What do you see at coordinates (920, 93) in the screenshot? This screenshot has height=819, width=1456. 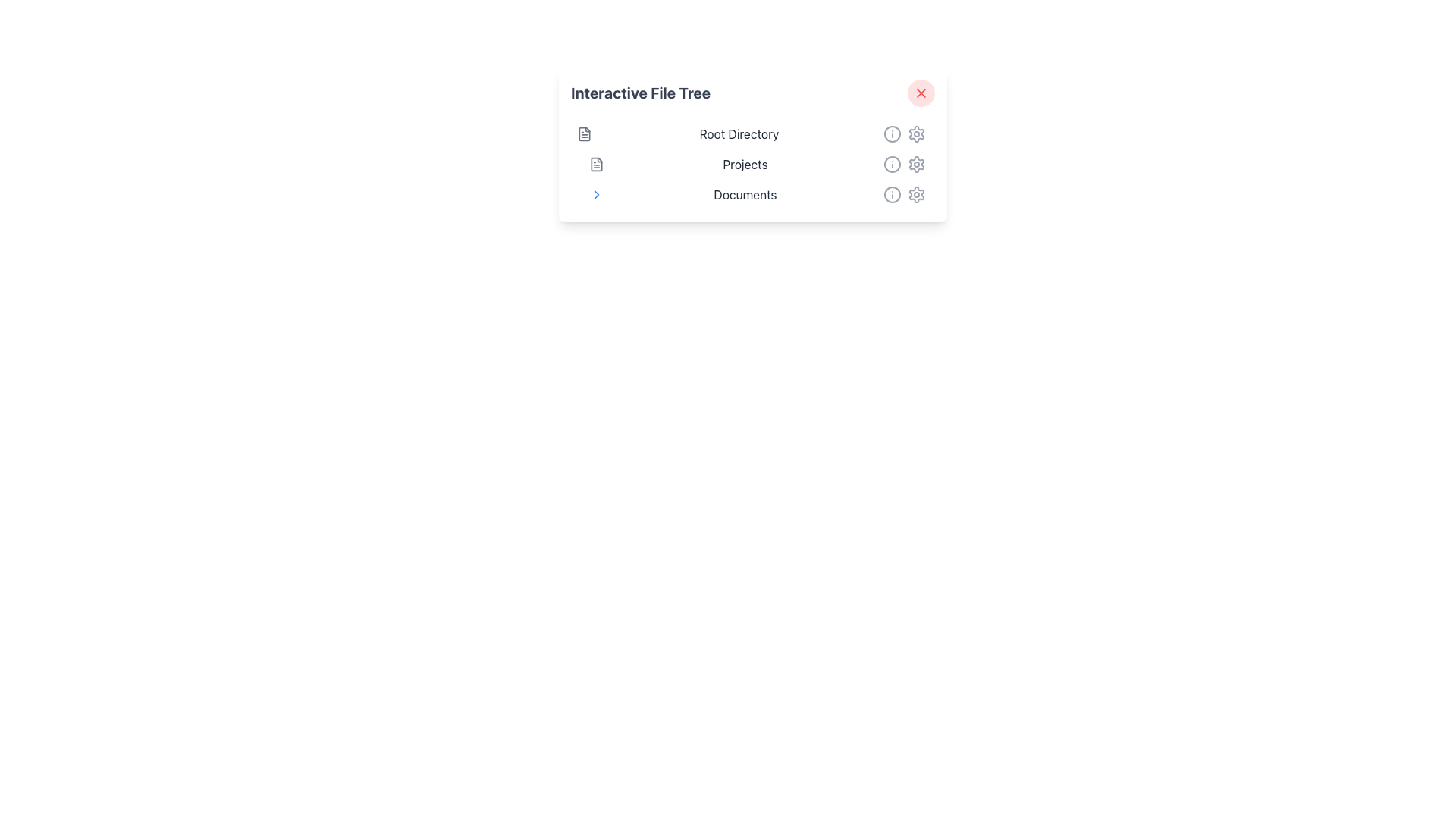 I see `the close icon located inside the red circular button in the upper-right area of the 'Interactive File Tree' card` at bounding box center [920, 93].